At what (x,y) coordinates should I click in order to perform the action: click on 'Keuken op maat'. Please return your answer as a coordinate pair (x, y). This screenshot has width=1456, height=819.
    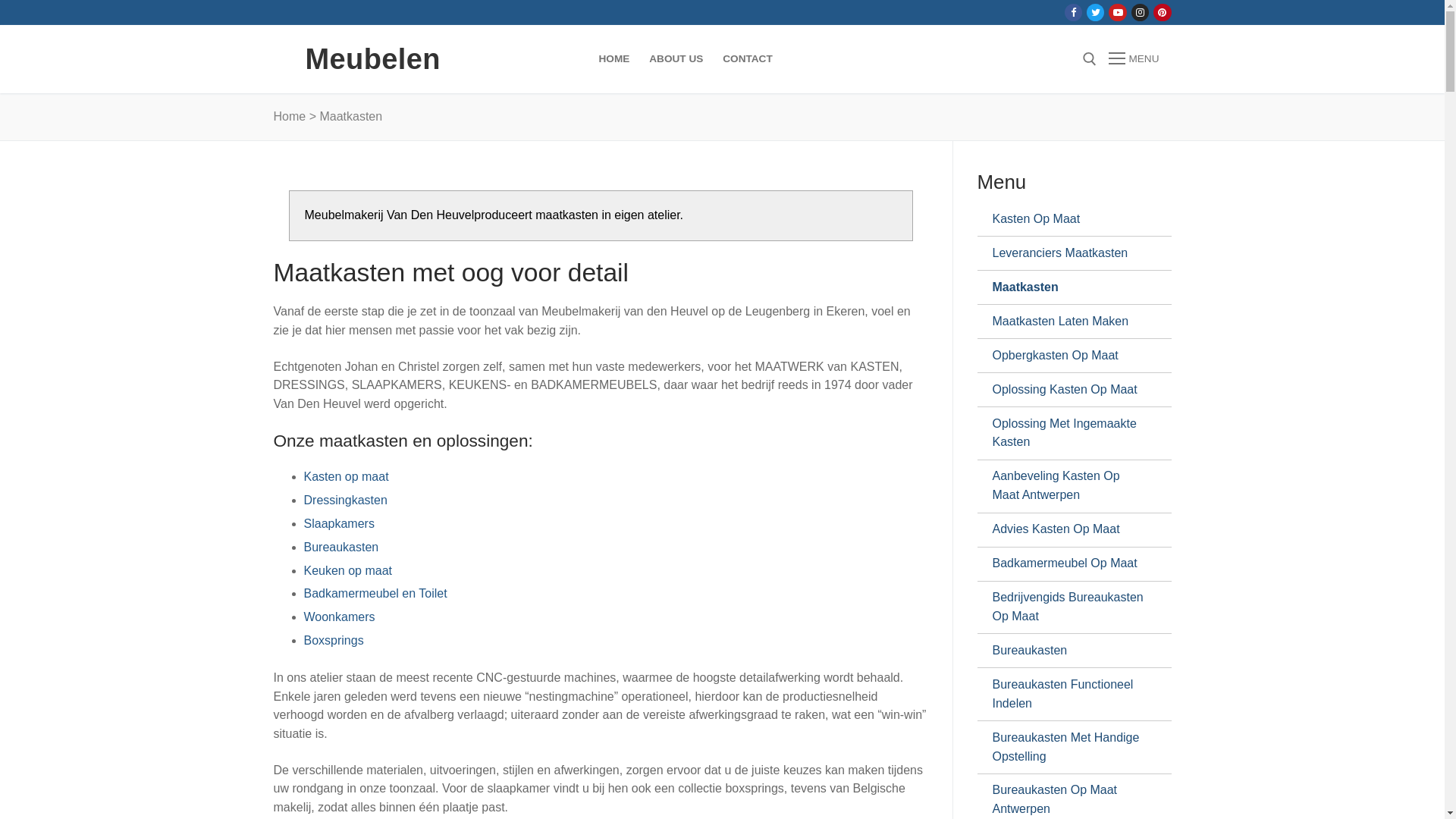
    Looking at the image, I should click on (347, 570).